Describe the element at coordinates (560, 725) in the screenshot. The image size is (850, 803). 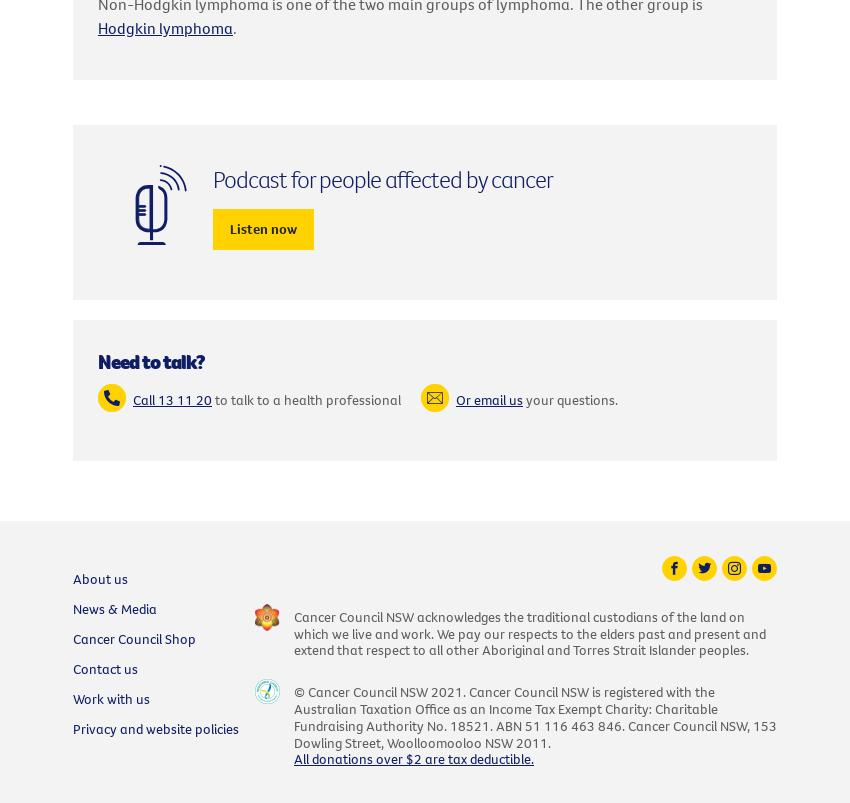
I see `'ABN 51 116 463 846.'` at that location.